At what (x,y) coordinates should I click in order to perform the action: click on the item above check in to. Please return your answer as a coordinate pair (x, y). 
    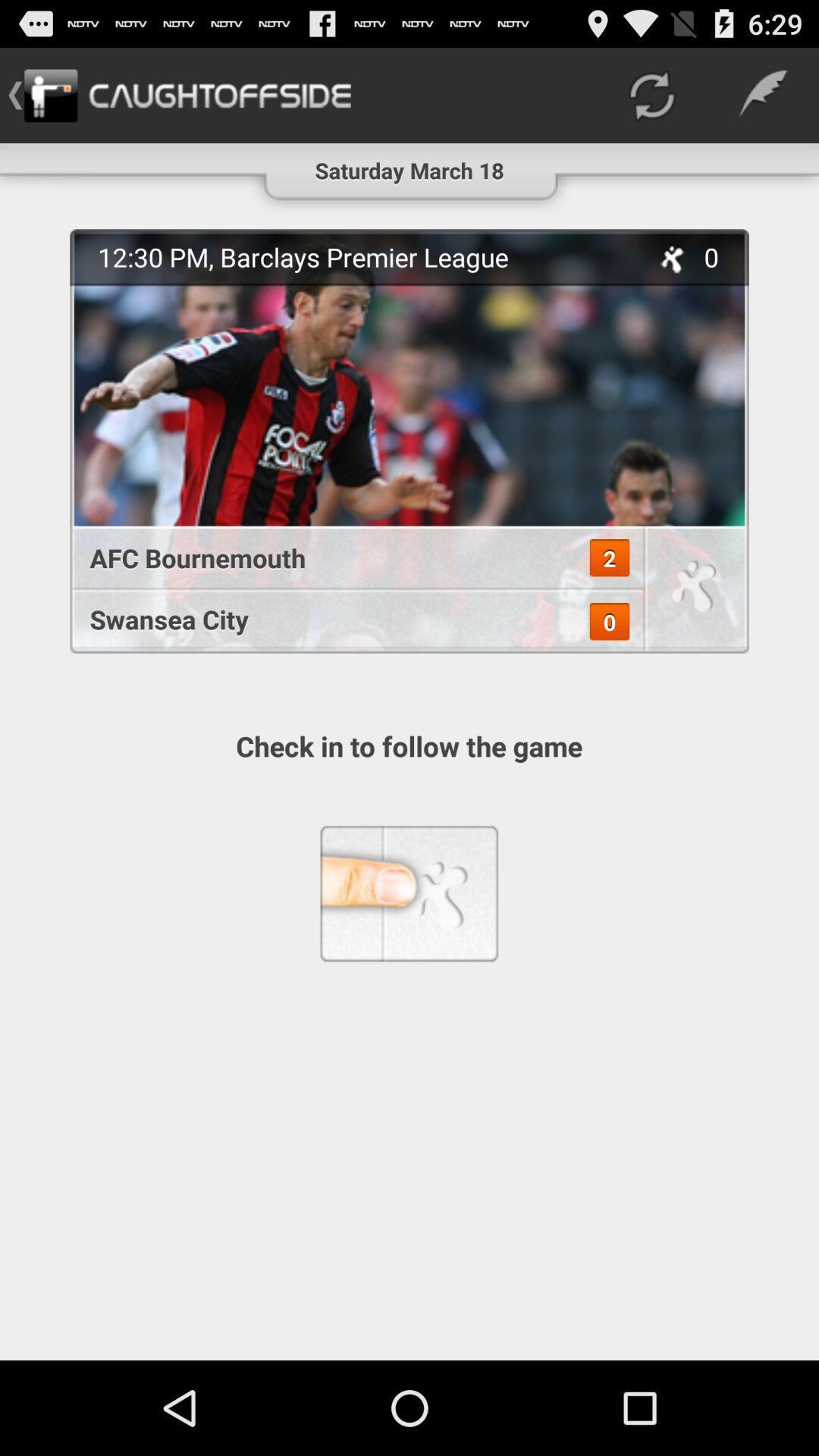
    Looking at the image, I should click on (409, 440).